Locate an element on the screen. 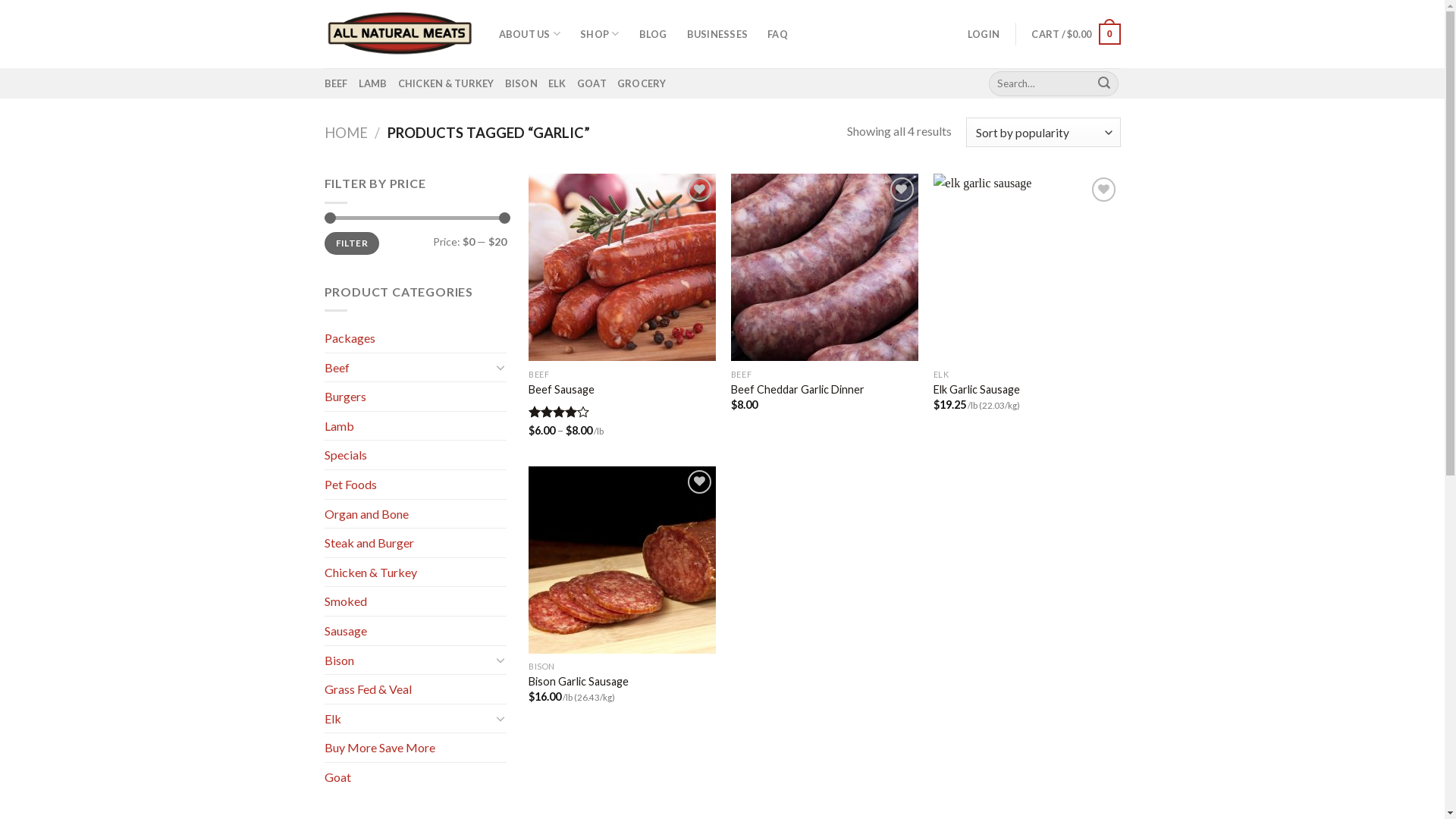 The height and width of the screenshot is (819, 1456). 'FAQ' is located at coordinates (777, 34).